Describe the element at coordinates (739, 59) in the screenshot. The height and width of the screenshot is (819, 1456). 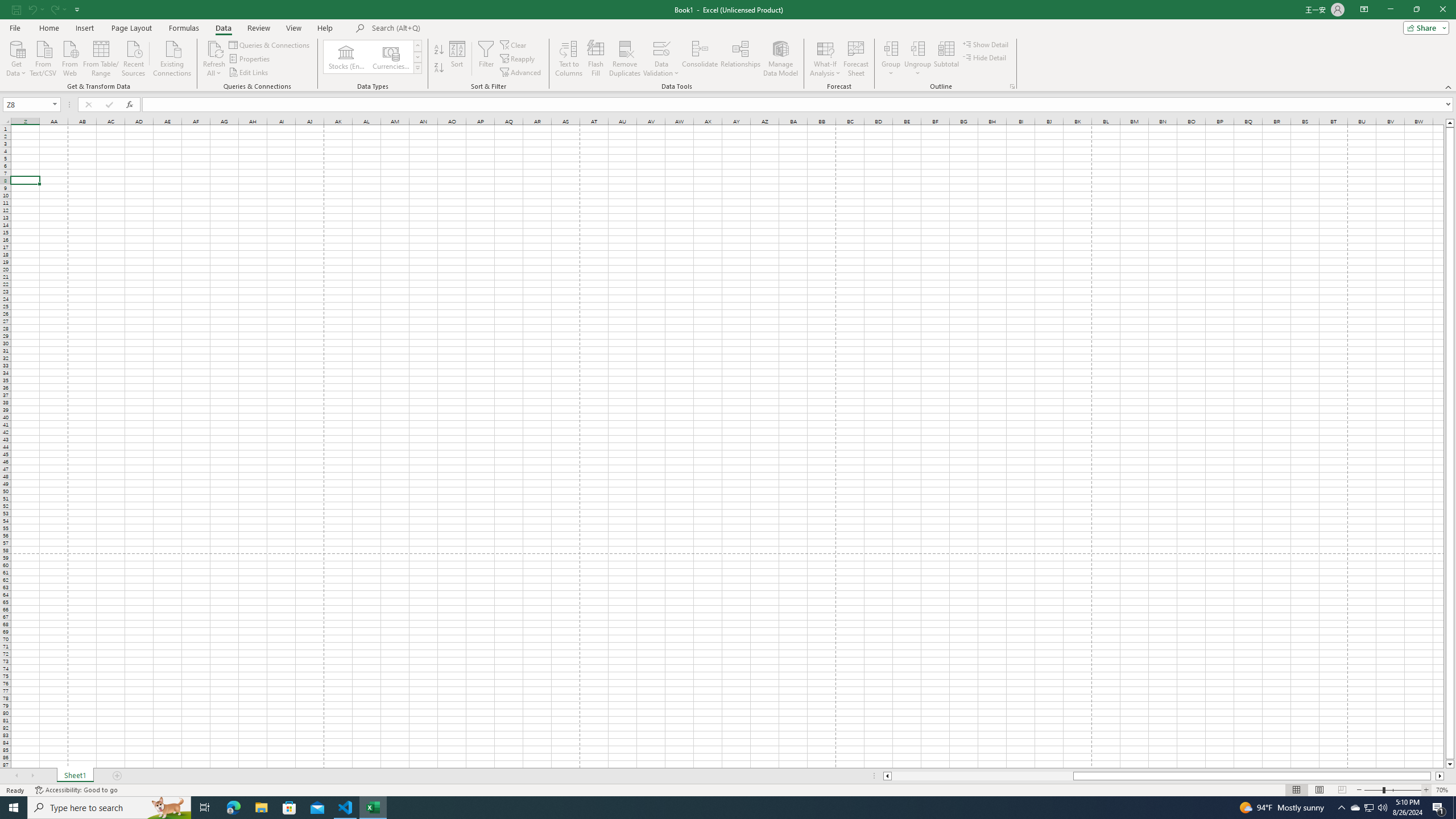
I see `'Relationships'` at that location.